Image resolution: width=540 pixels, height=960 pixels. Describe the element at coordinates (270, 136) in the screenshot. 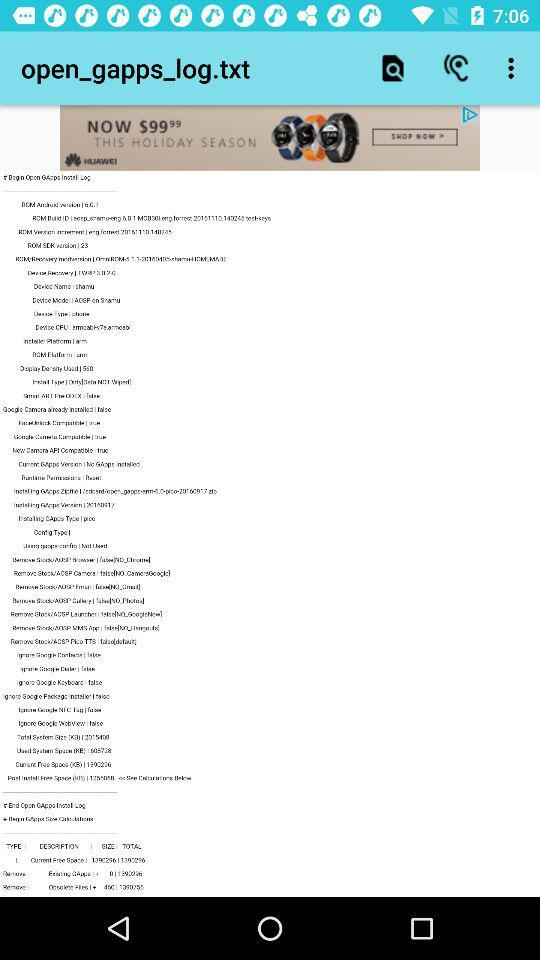

I see `click advertisement` at that location.